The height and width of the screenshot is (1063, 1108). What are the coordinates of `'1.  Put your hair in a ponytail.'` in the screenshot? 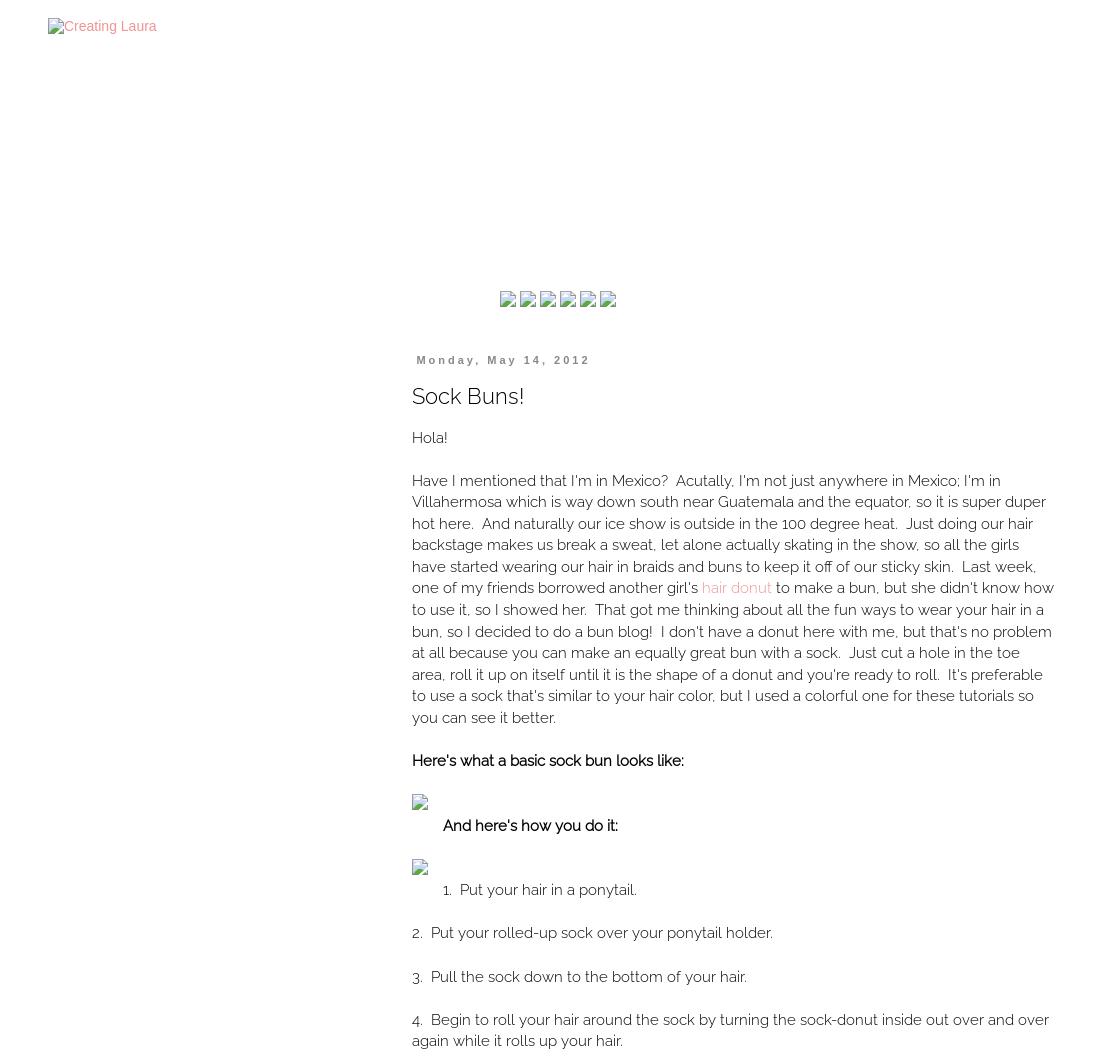 It's located at (539, 889).